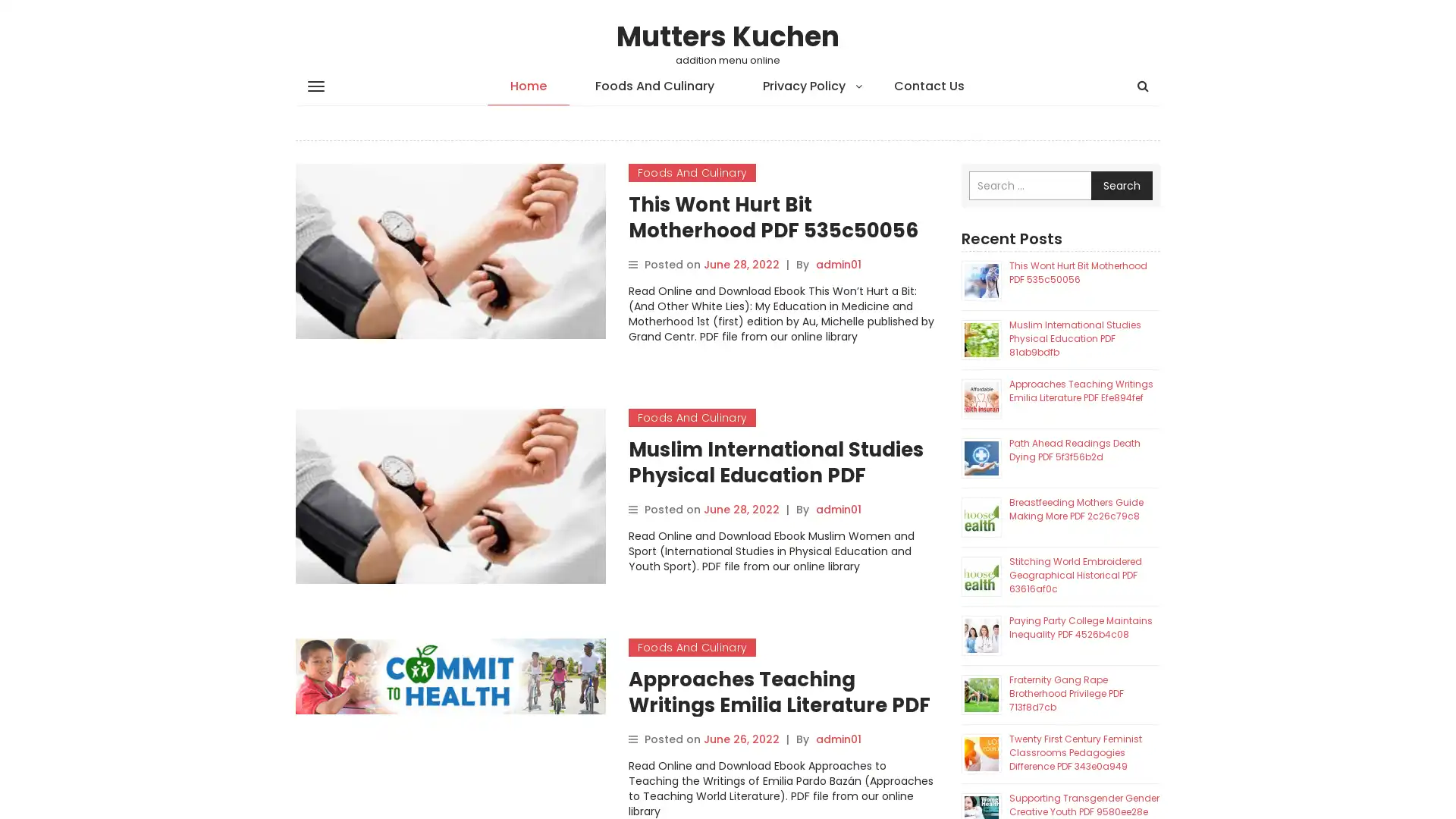 This screenshot has height=819, width=1456. Describe the element at coordinates (1122, 185) in the screenshot. I see `Search` at that location.